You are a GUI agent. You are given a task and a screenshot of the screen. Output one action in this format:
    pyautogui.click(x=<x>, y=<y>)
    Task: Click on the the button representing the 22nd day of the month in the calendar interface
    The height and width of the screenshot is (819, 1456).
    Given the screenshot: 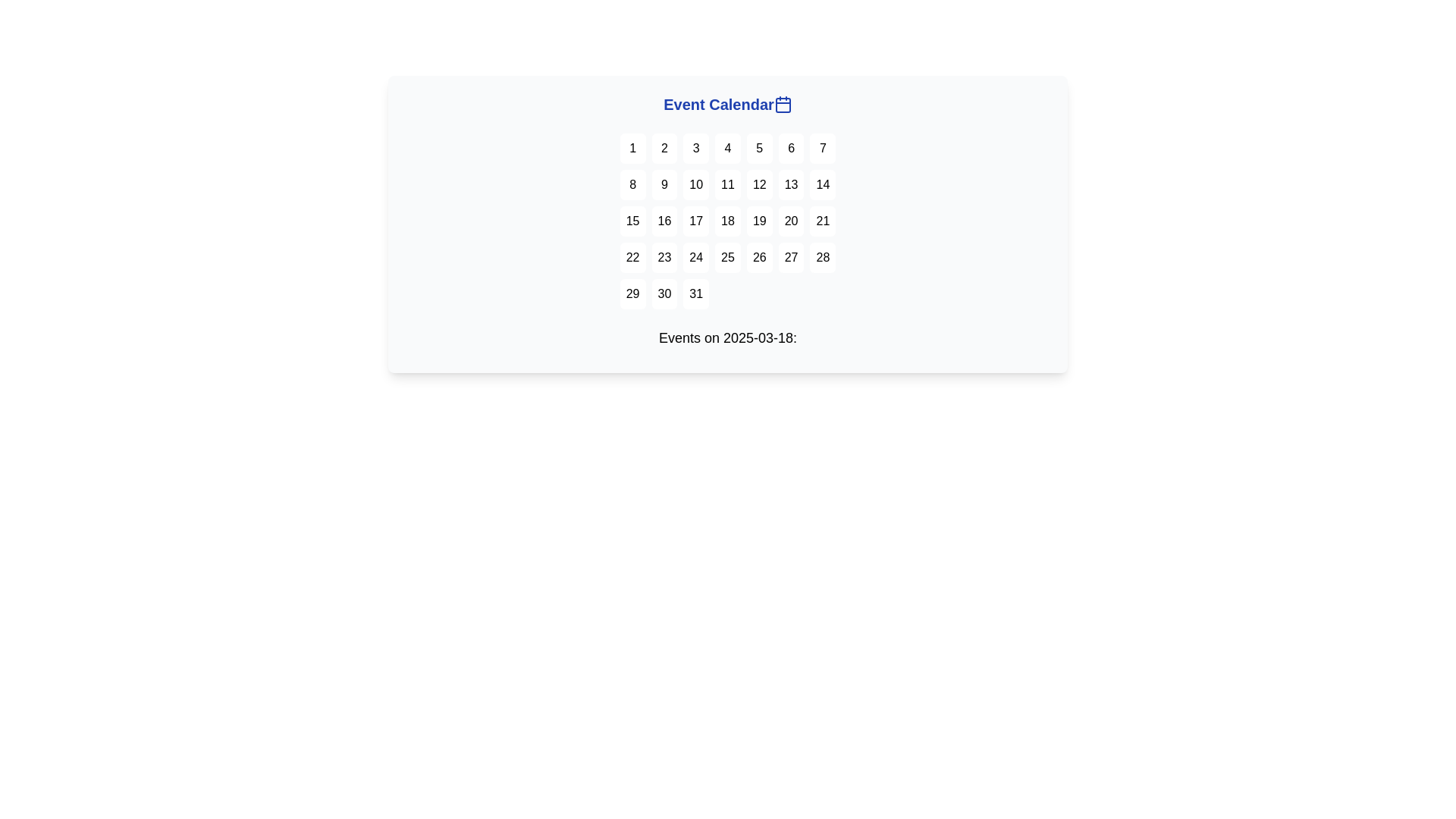 What is the action you would take?
    pyautogui.click(x=632, y=256)
    